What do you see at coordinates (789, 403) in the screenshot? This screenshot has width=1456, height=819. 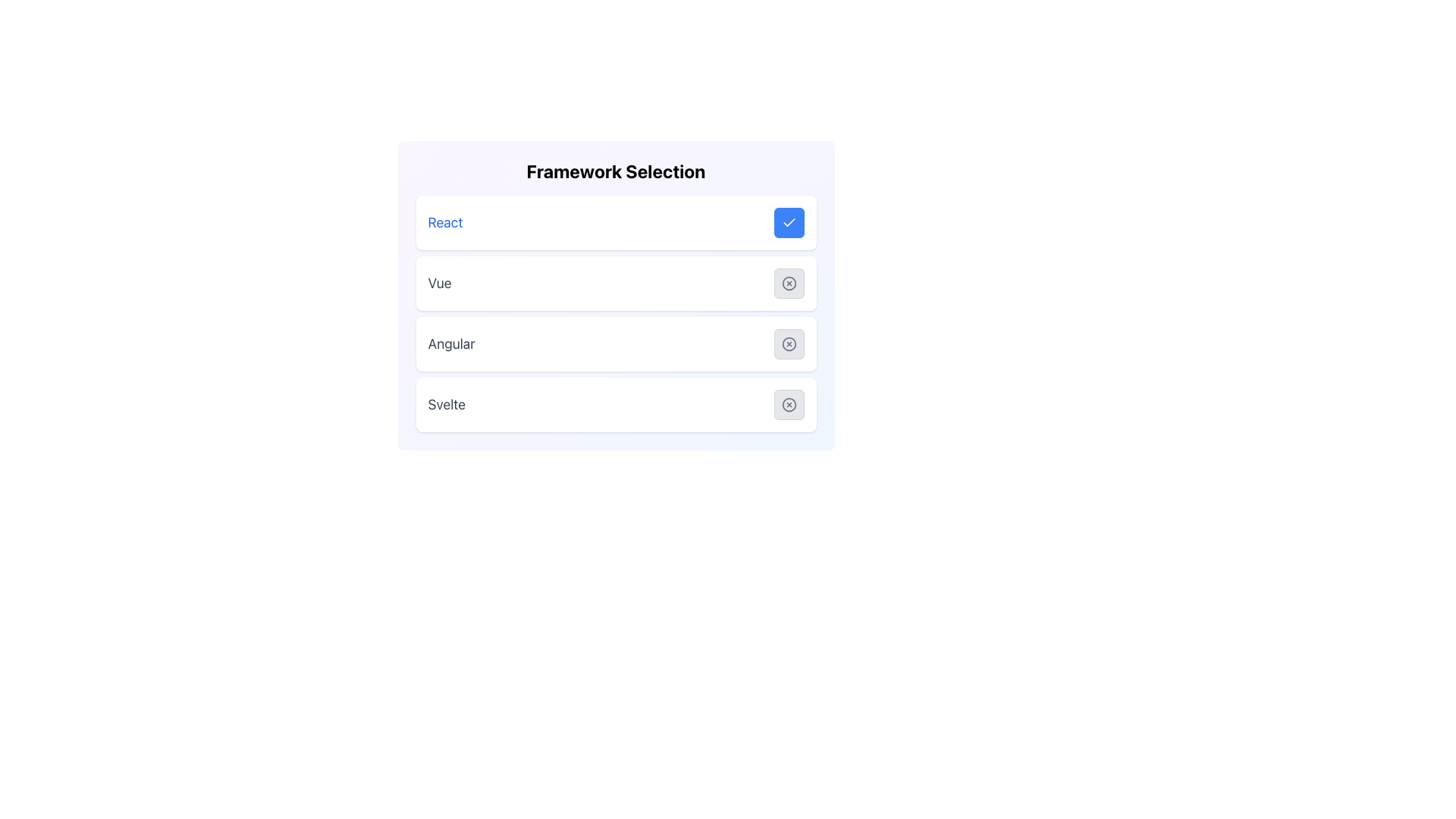 I see `the toggle button for the Svelte framework located at the far-right side of the Svelte selection row to observe a styling change` at bounding box center [789, 403].